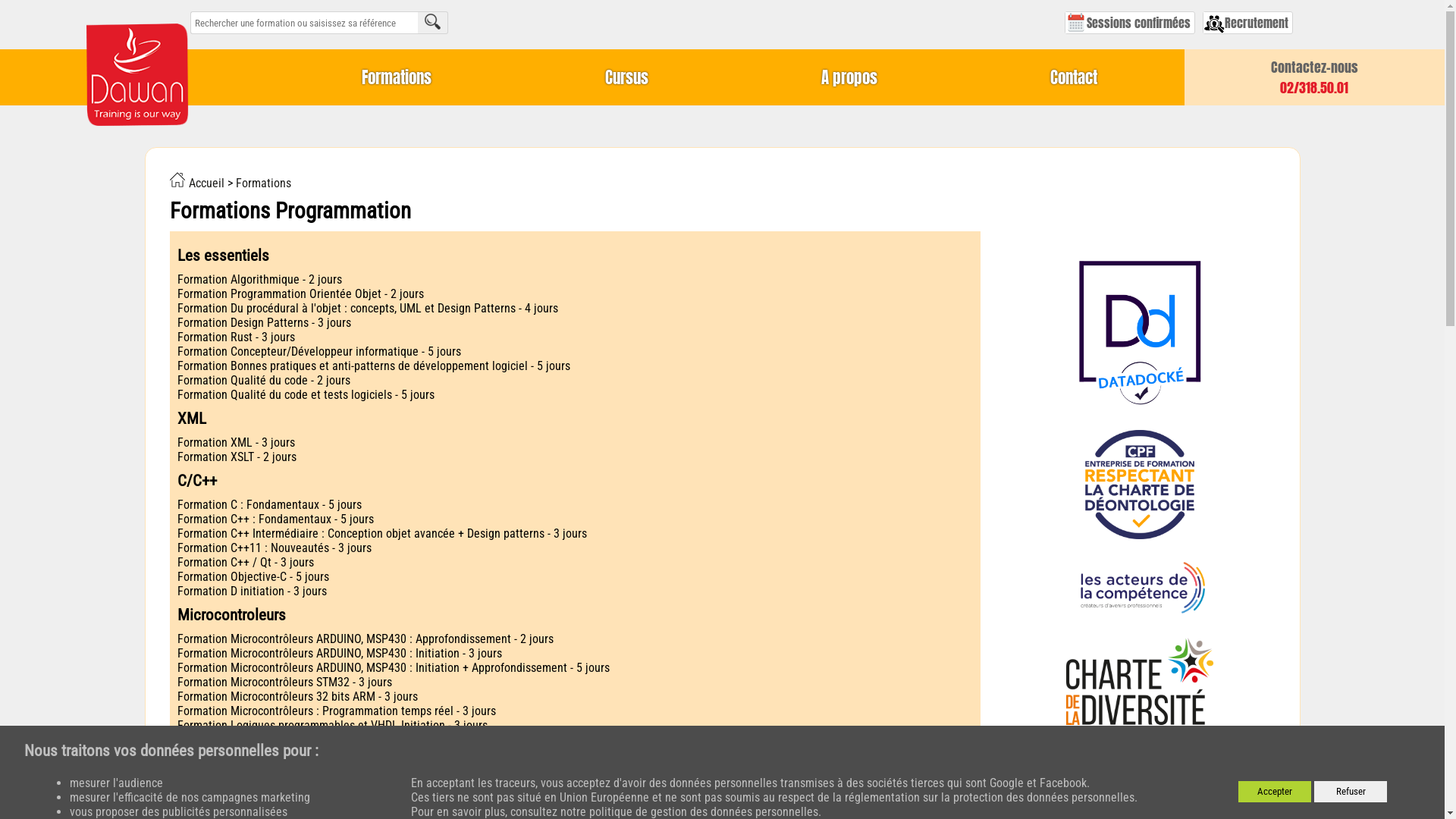 The image size is (1456, 819). I want to click on 'Recrutement', so click(1201, 23).